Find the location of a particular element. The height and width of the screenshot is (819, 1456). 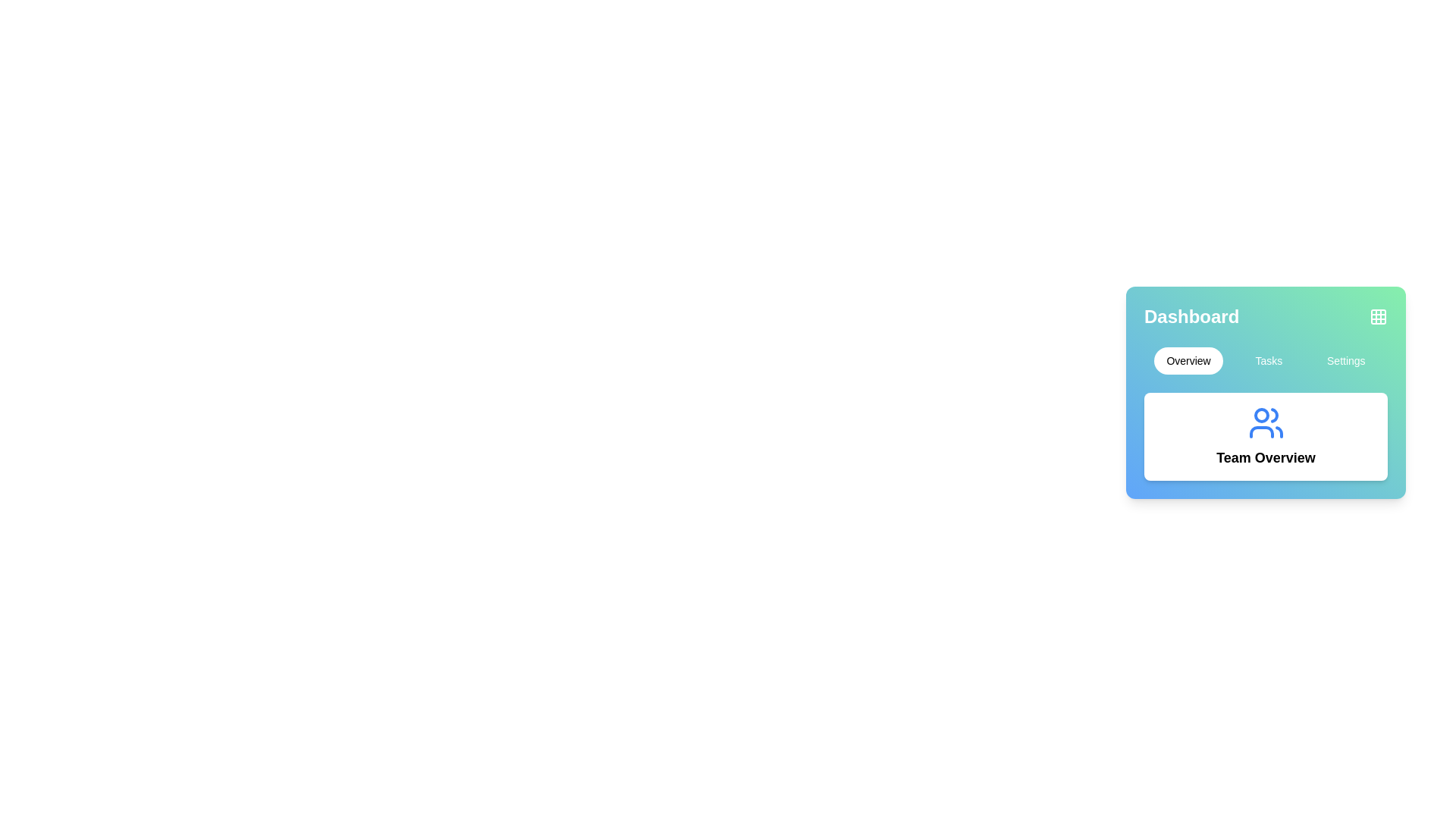

the 'Settings' button, which is the rightmost button in the horizontal set of three buttons is located at coordinates (1346, 360).